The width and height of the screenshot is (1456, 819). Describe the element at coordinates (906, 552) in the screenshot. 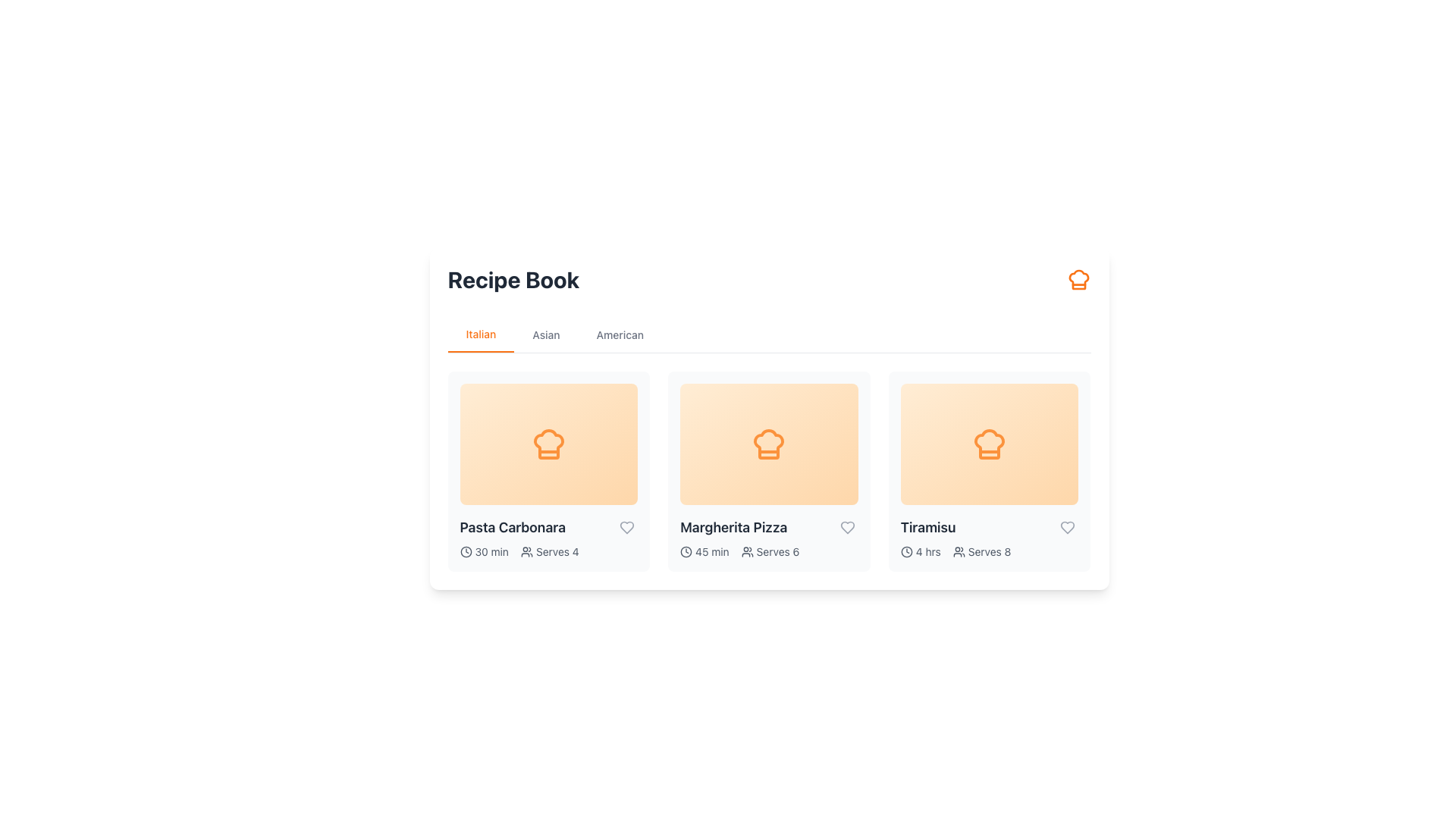

I see `the clock icon, a 24x24 pixel graphic located in the details section of the 'Tiramisu' recipe card, which has minimalistic hands indicating time` at that location.